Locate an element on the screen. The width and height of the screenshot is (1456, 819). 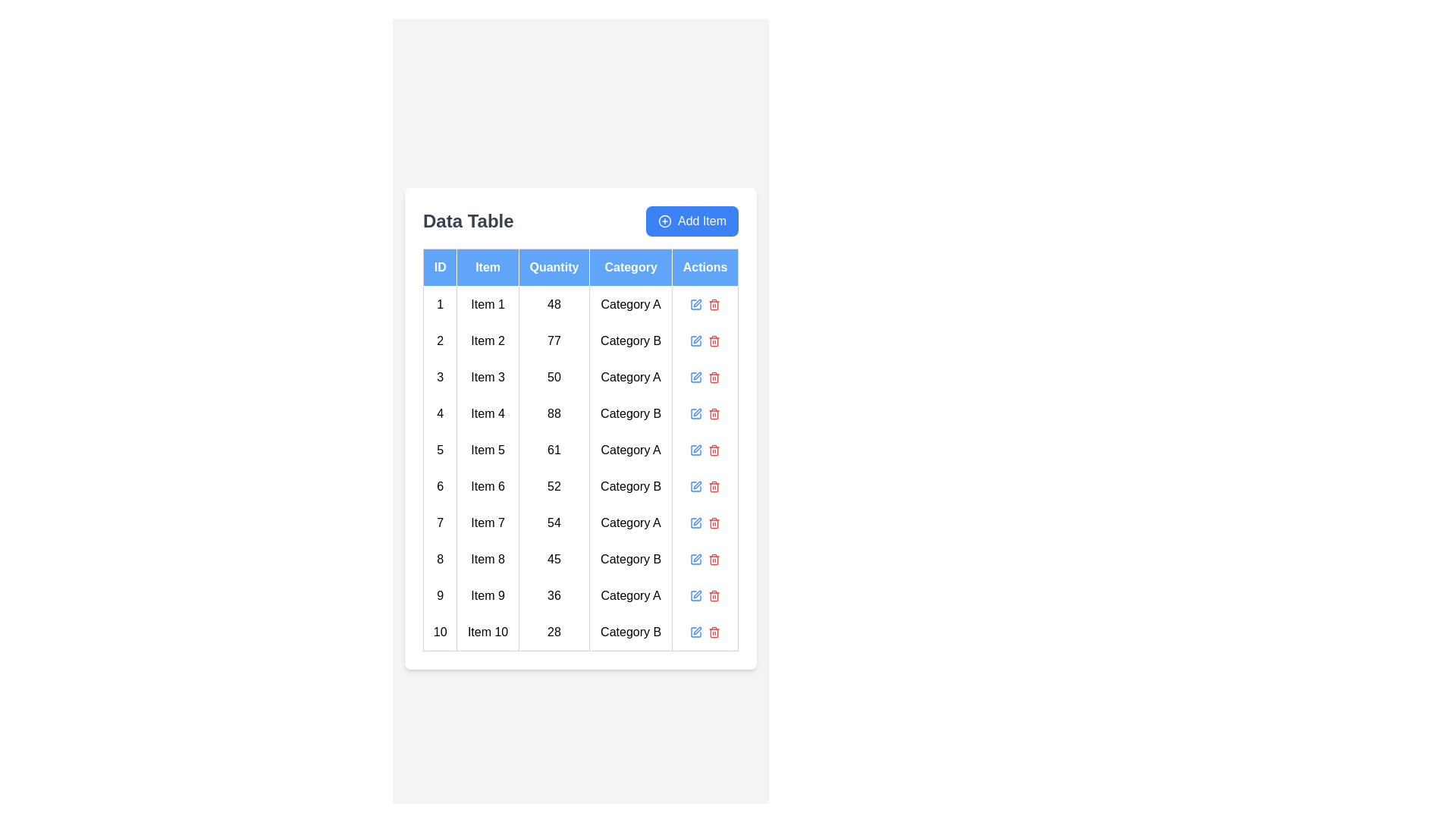
the text label displaying 'Item 2', which is styled with padding and a right gray border, located in the second row of the table under the 'Item' column is located at coordinates (488, 340).